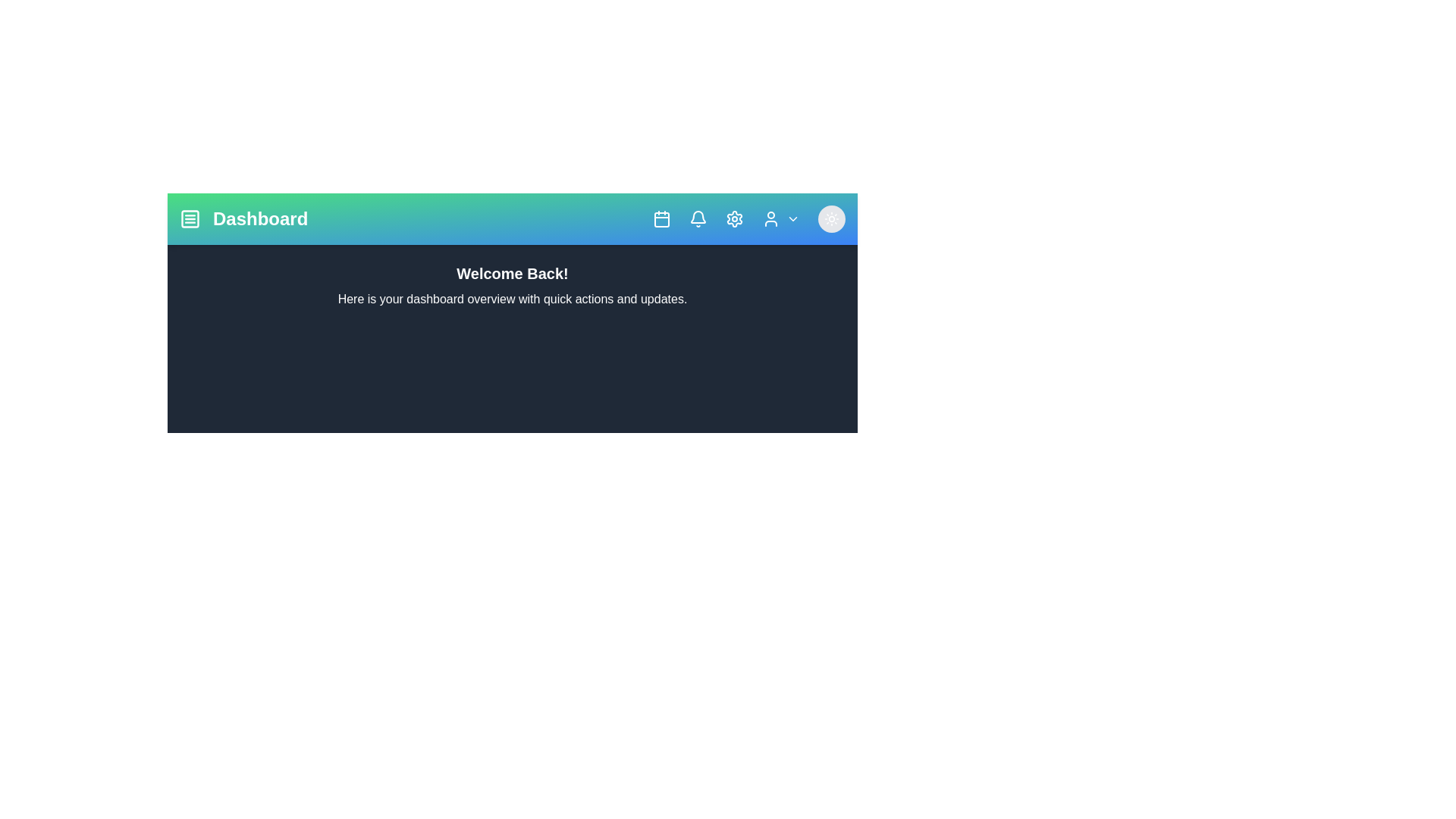  Describe the element at coordinates (831, 219) in the screenshot. I see `the dark mode toggle button to switch between dark and light modes` at that location.